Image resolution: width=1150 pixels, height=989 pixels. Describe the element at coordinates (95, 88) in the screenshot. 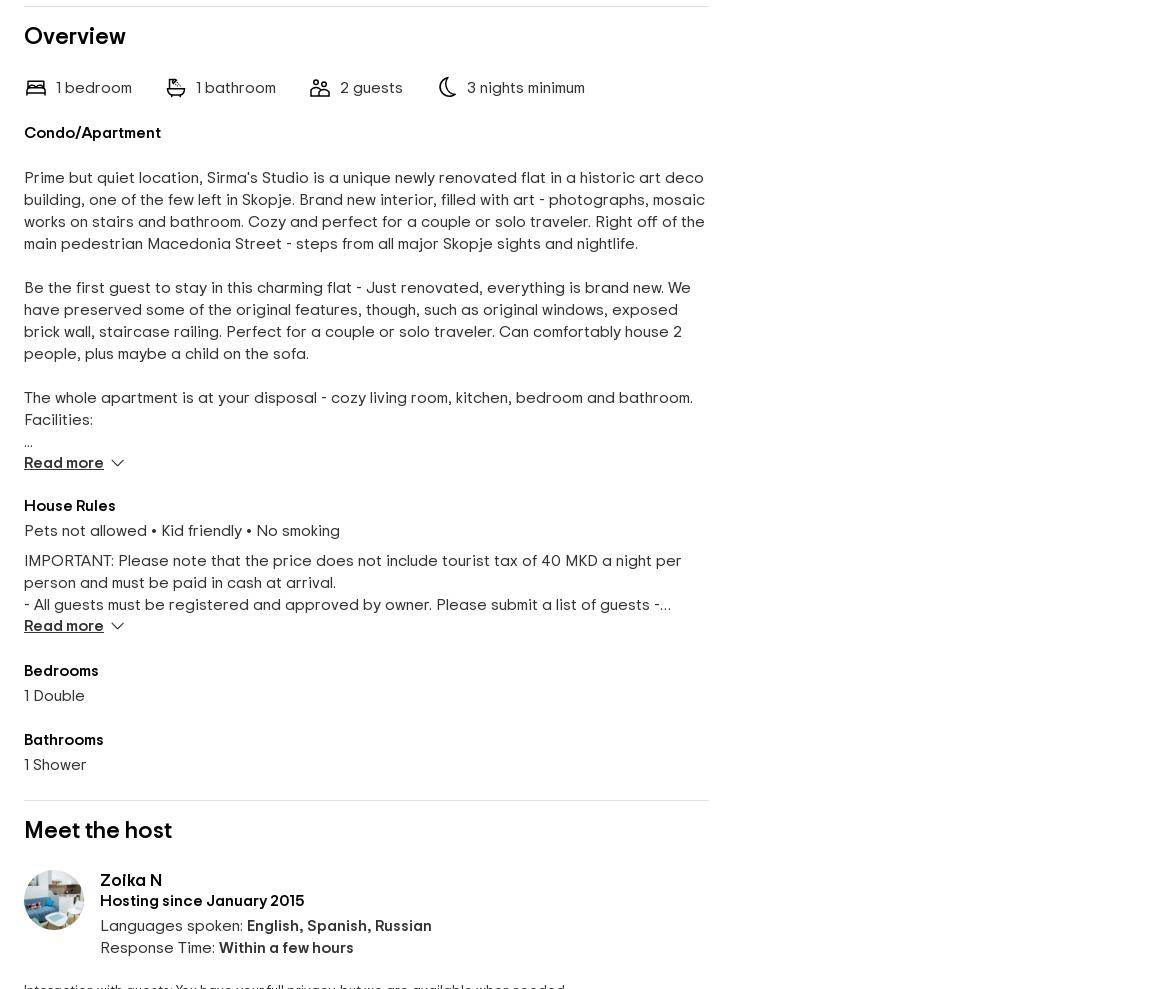

I see `'bedroom'` at that location.